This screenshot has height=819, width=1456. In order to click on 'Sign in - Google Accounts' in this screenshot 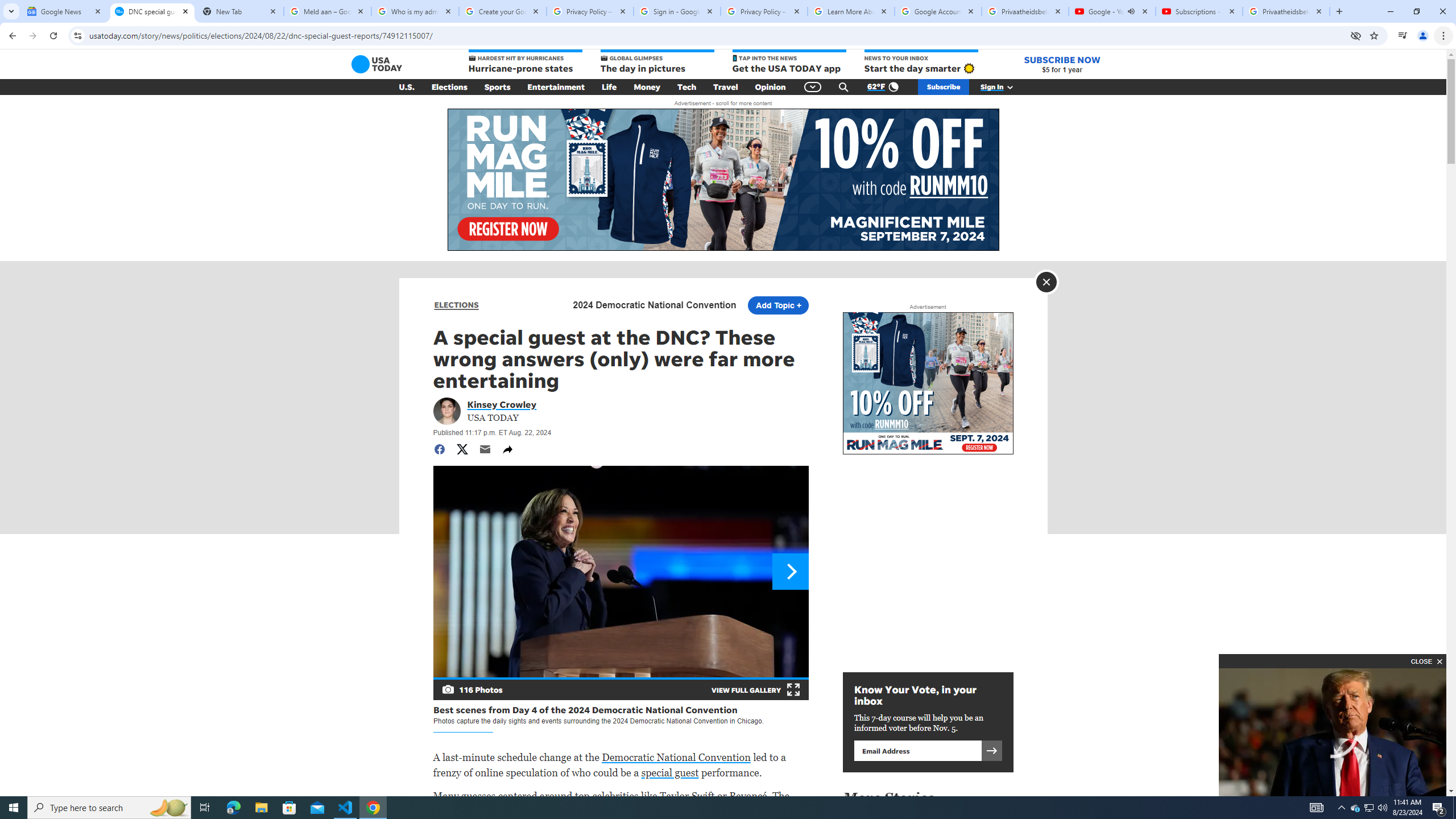, I will do `click(677, 11)`.